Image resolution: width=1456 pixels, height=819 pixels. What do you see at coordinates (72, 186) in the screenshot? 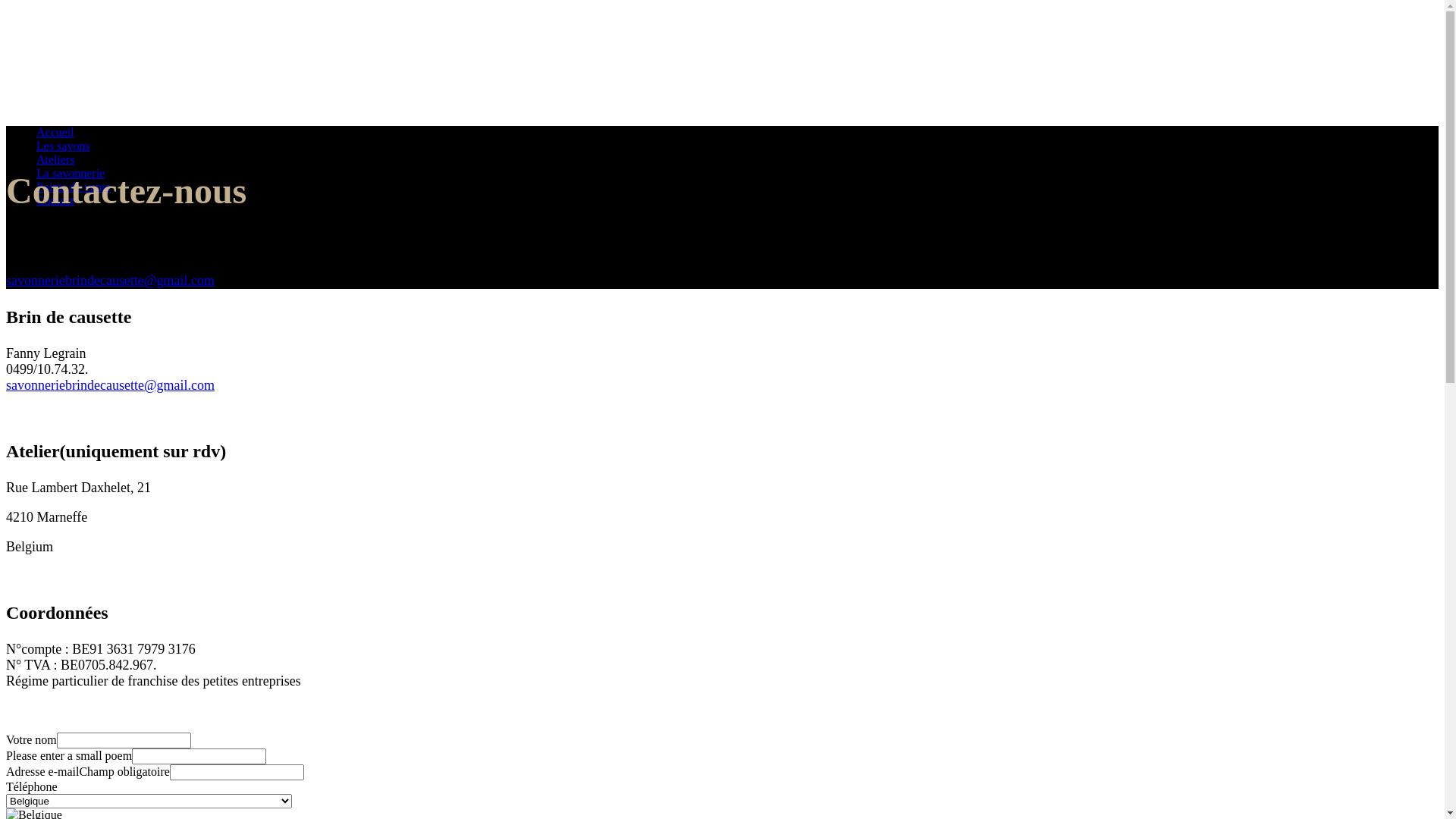
I see `'Points de vente'` at bounding box center [72, 186].